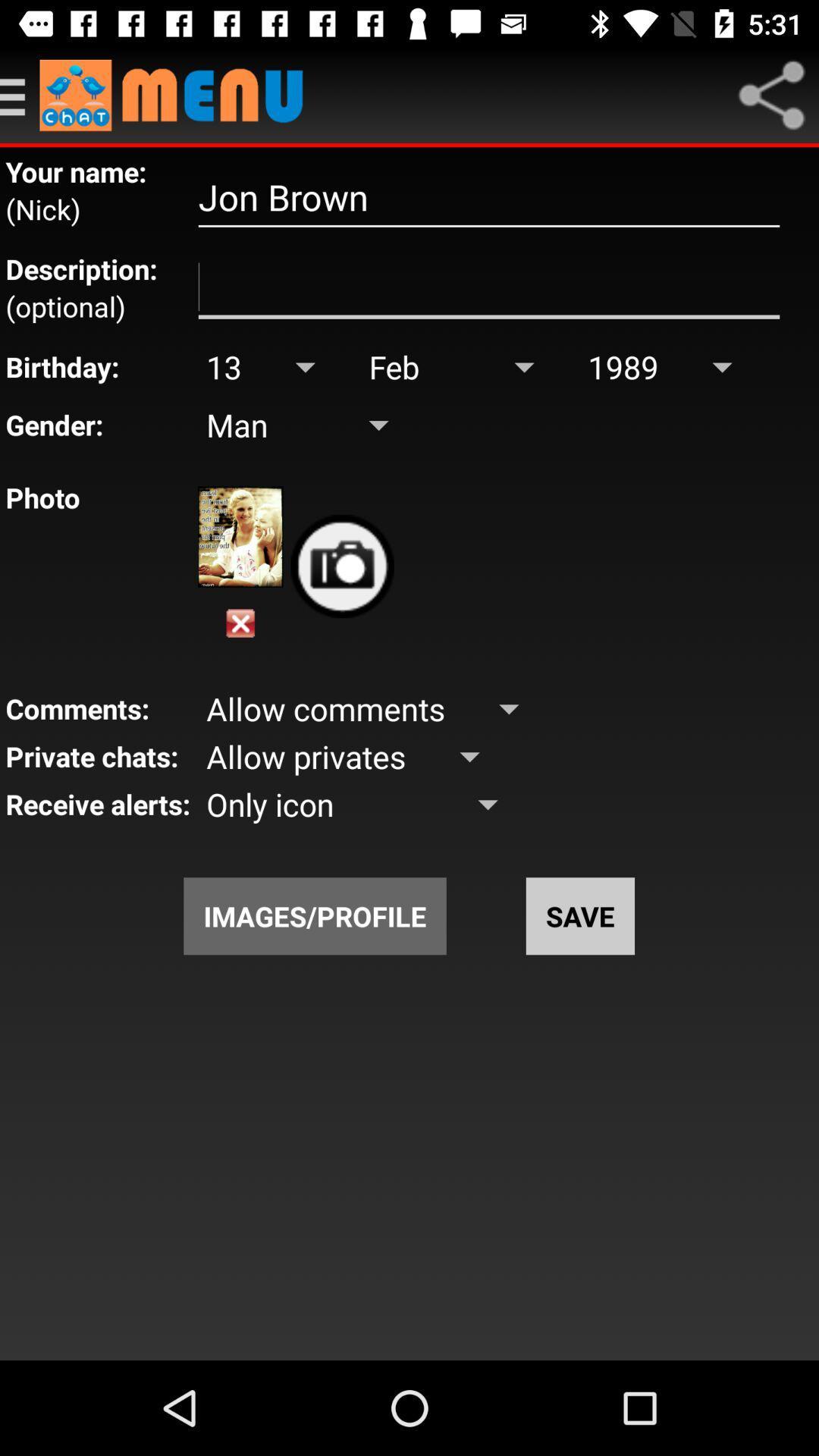 Image resolution: width=819 pixels, height=1456 pixels. I want to click on button, so click(240, 623).